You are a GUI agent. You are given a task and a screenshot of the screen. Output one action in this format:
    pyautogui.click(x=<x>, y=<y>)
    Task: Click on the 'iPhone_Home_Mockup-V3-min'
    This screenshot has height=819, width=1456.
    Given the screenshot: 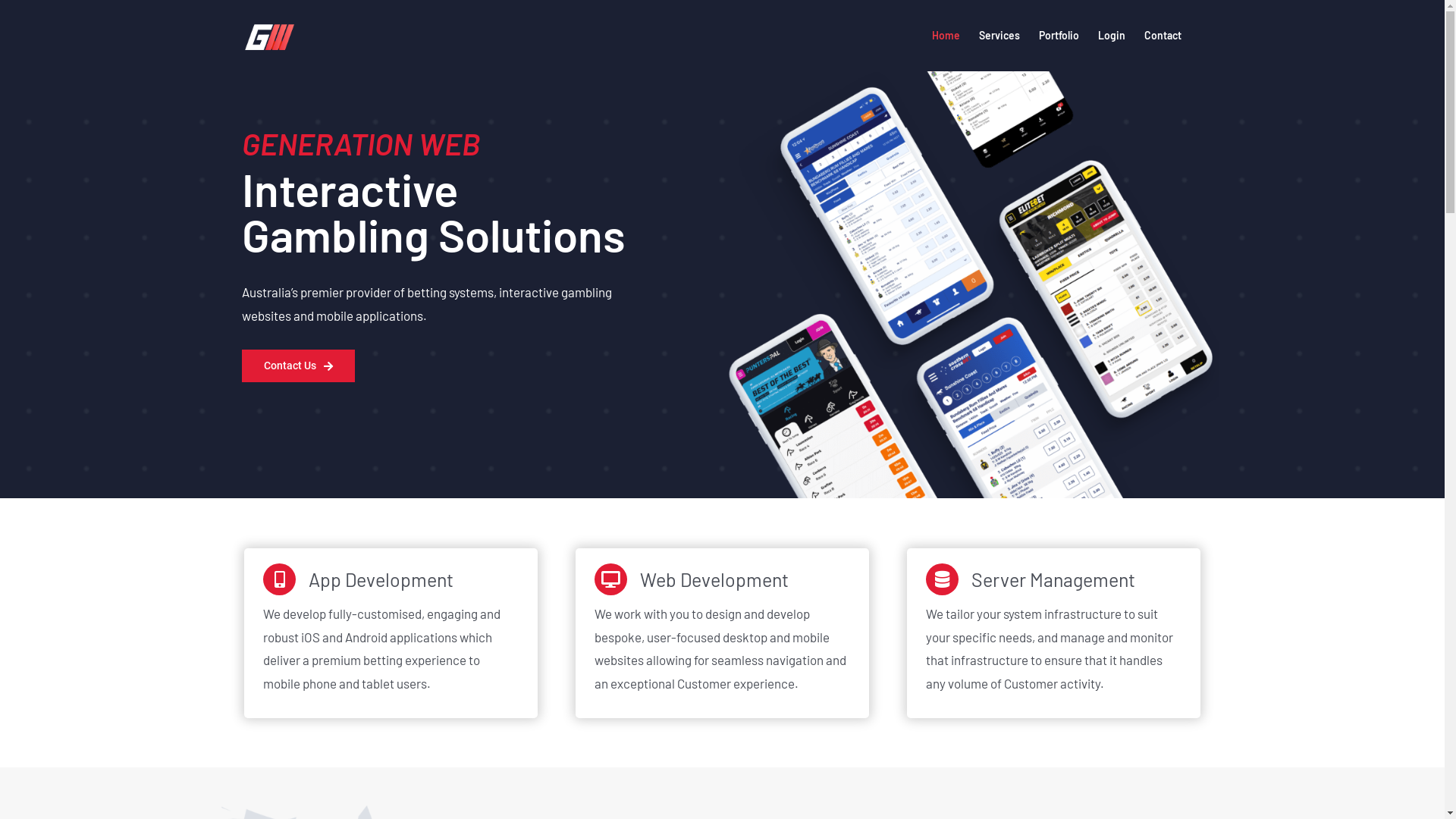 What is the action you would take?
    pyautogui.click(x=969, y=284)
    